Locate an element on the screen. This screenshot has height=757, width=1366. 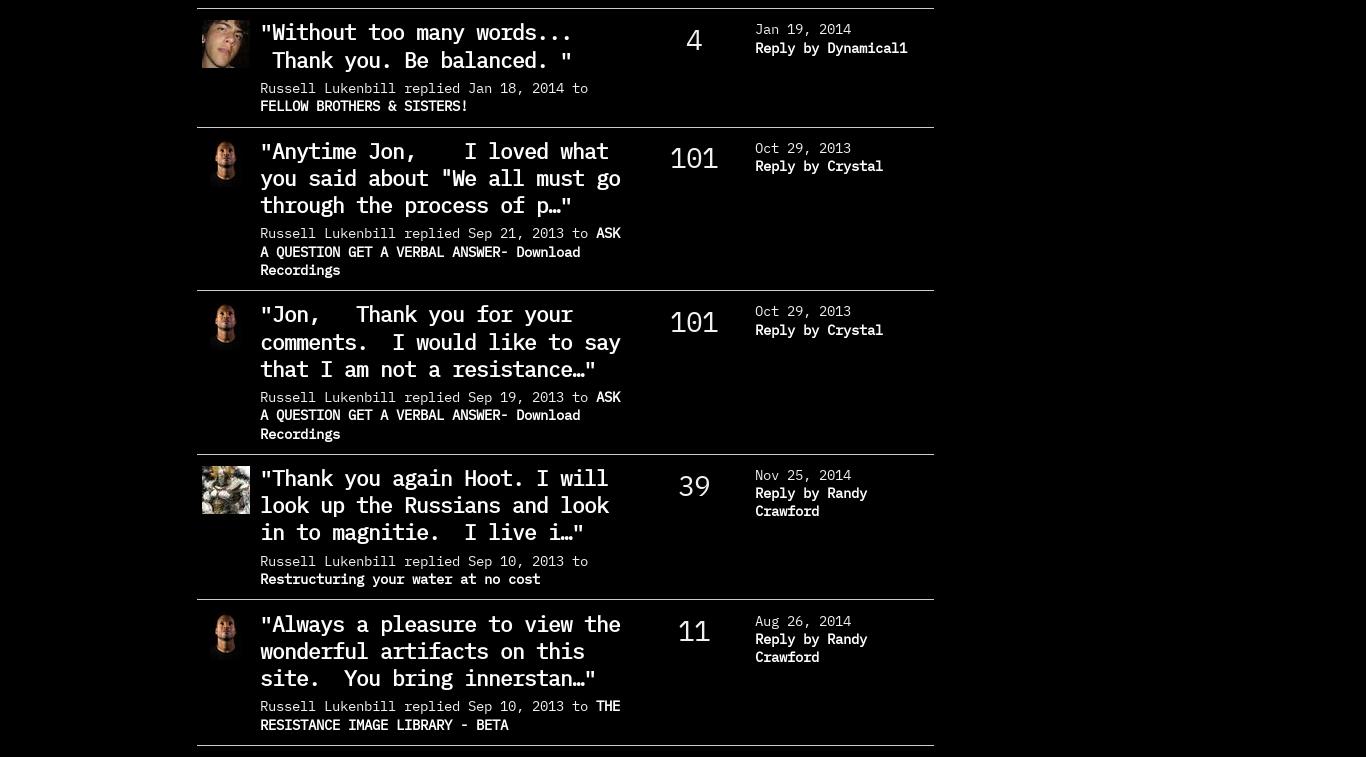
'Jon,
 
Thank you for your comments.  I would like to say that I am not a resistance…' is located at coordinates (438, 340).